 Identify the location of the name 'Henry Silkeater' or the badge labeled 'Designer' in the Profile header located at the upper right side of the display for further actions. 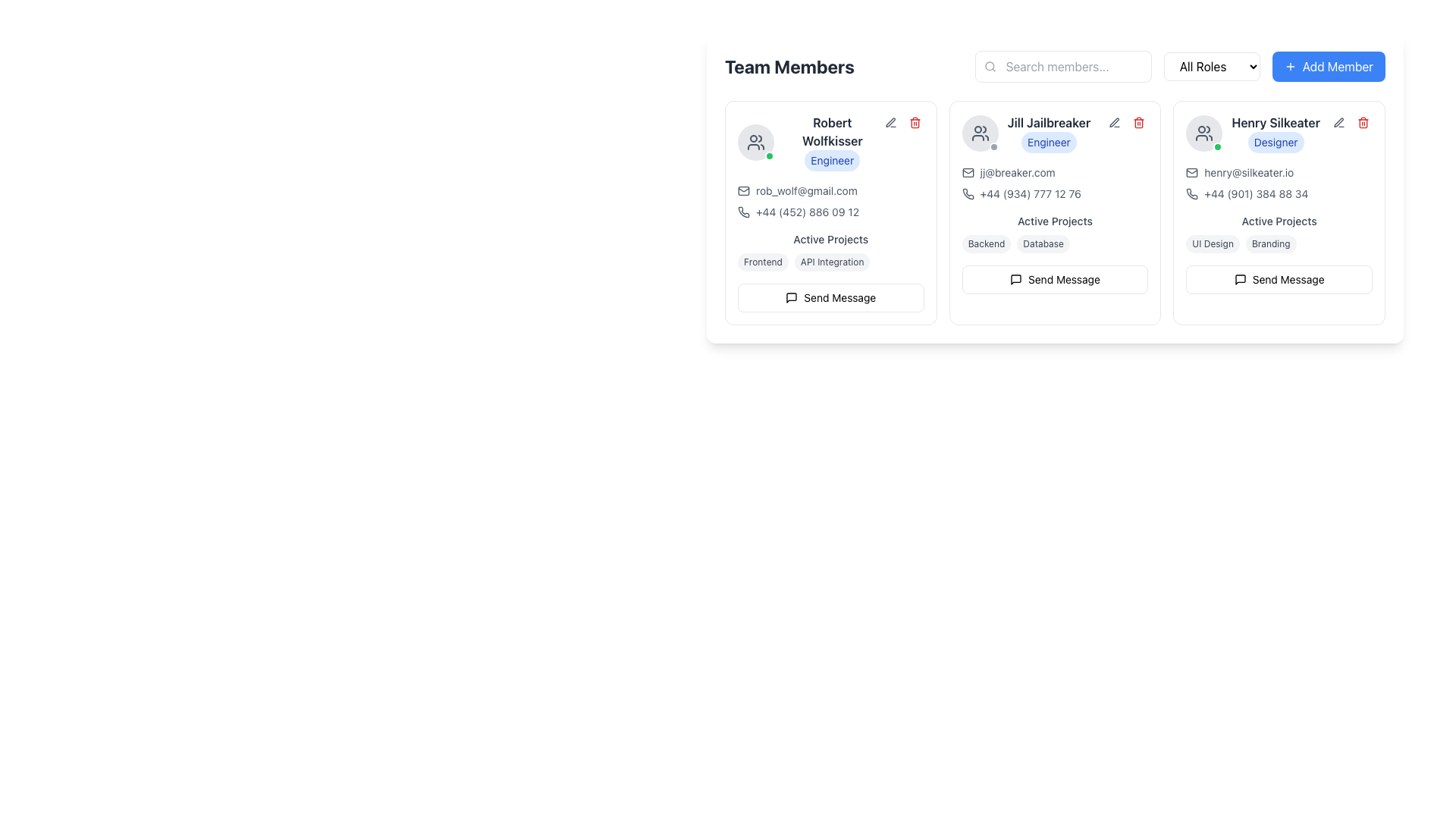
(1253, 133).